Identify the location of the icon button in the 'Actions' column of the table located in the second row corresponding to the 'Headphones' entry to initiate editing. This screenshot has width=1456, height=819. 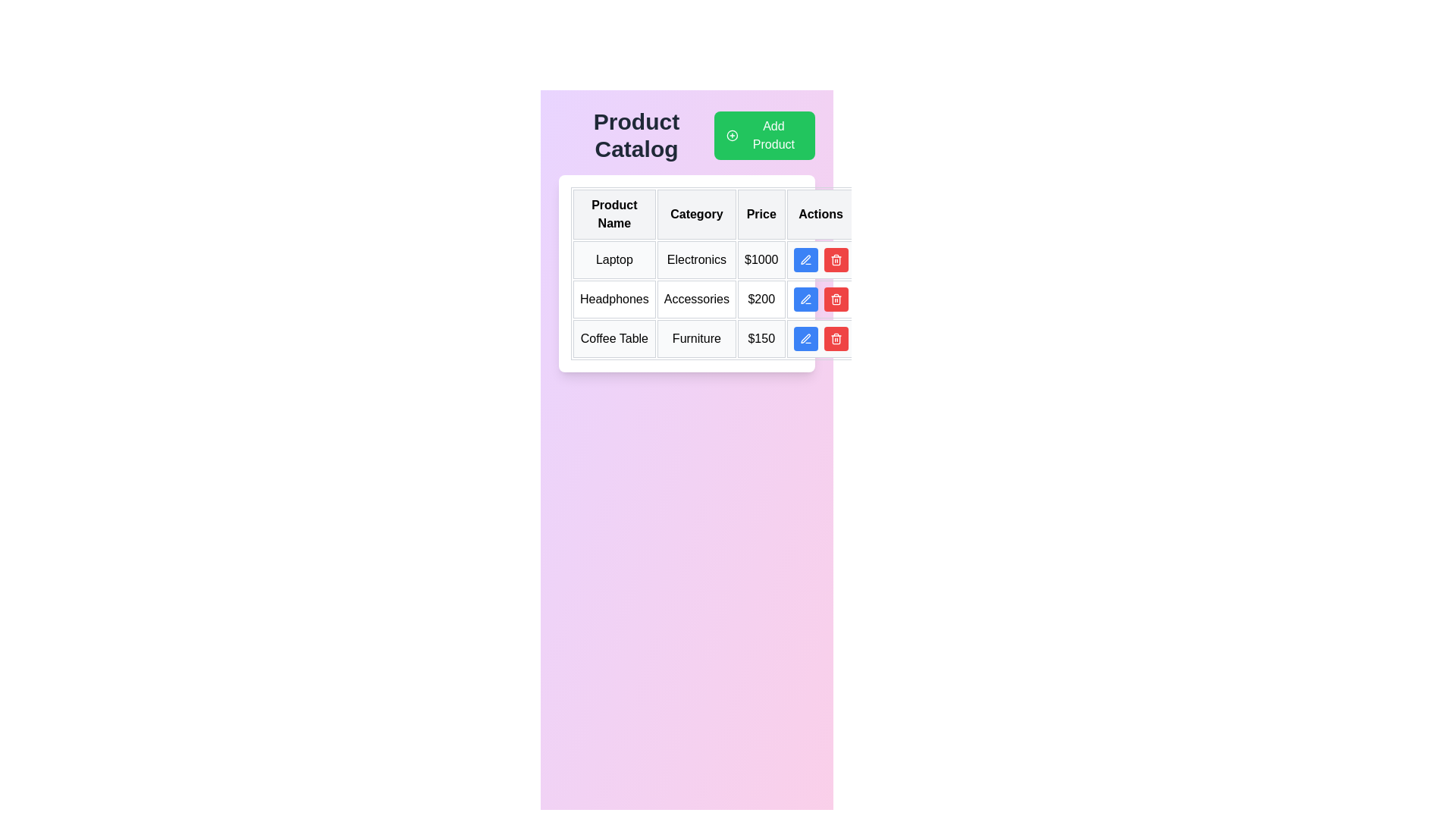
(805, 259).